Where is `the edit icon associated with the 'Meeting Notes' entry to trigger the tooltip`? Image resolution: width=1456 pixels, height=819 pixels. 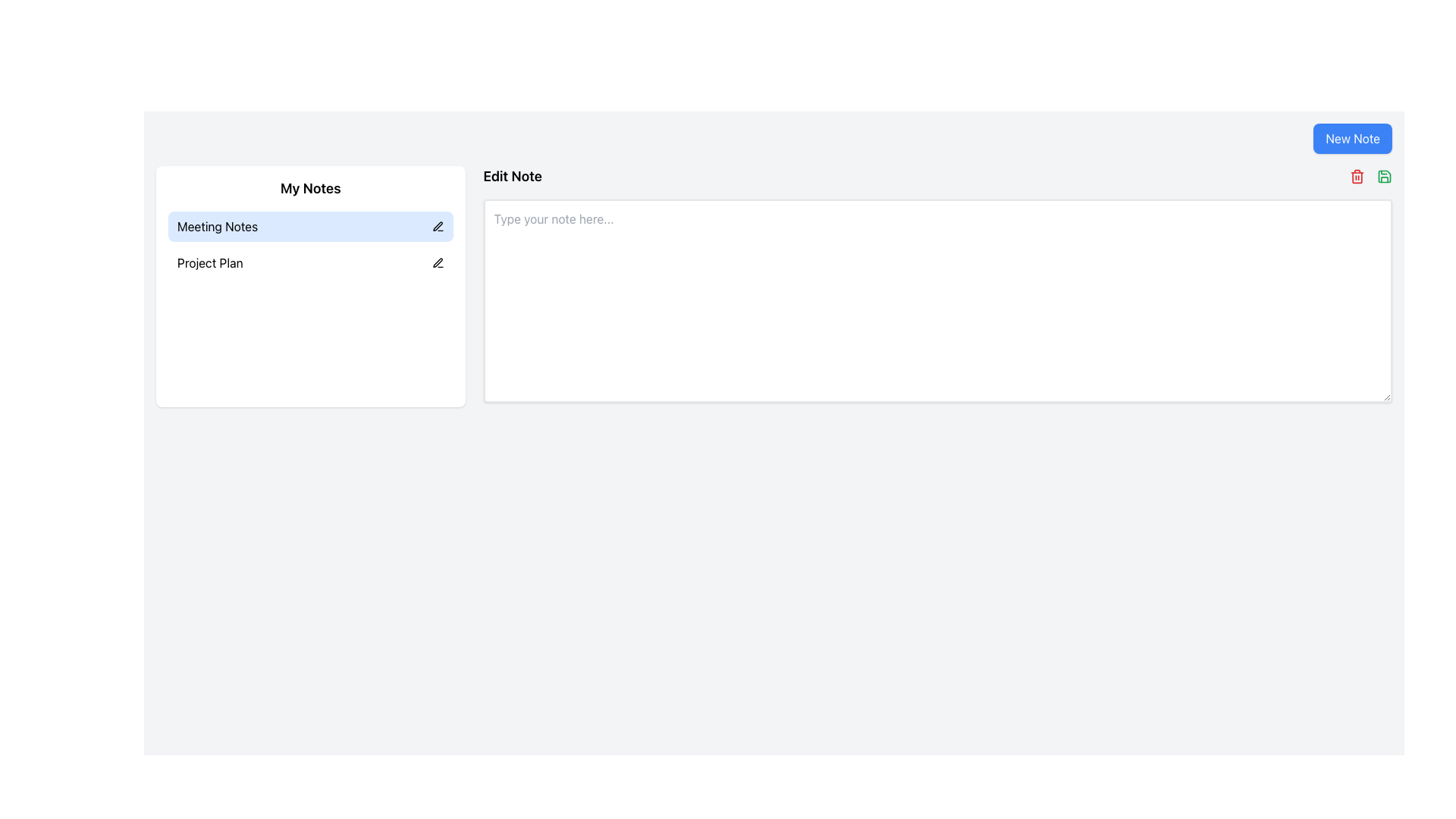
the edit icon associated with the 'Meeting Notes' entry to trigger the tooltip is located at coordinates (437, 227).